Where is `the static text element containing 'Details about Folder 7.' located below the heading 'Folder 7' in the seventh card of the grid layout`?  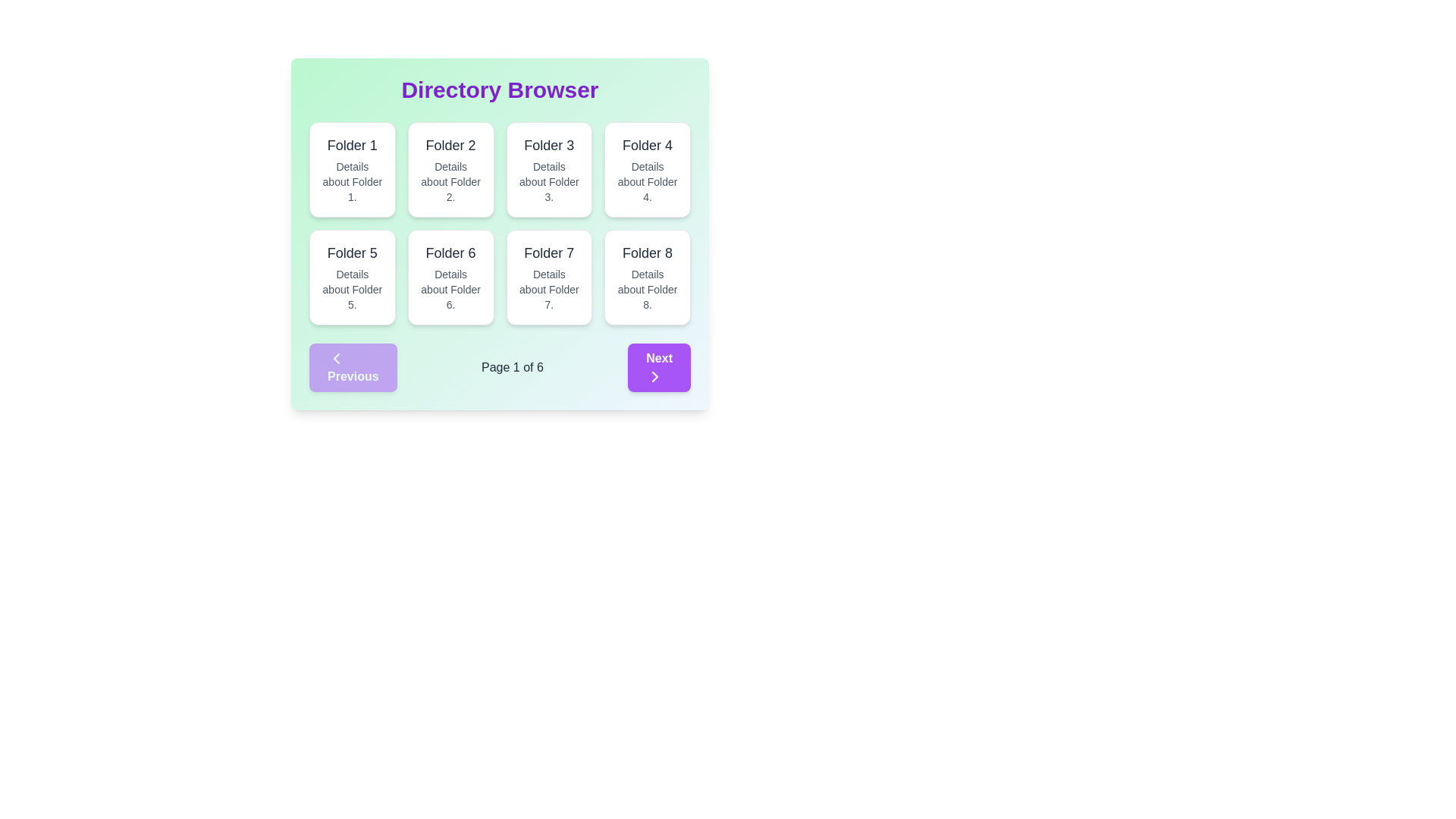
the static text element containing 'Details about Folder 7.' located below the heading 'Folder 7' in the seventh card of the grid layout is located at coordinates (548, 289).